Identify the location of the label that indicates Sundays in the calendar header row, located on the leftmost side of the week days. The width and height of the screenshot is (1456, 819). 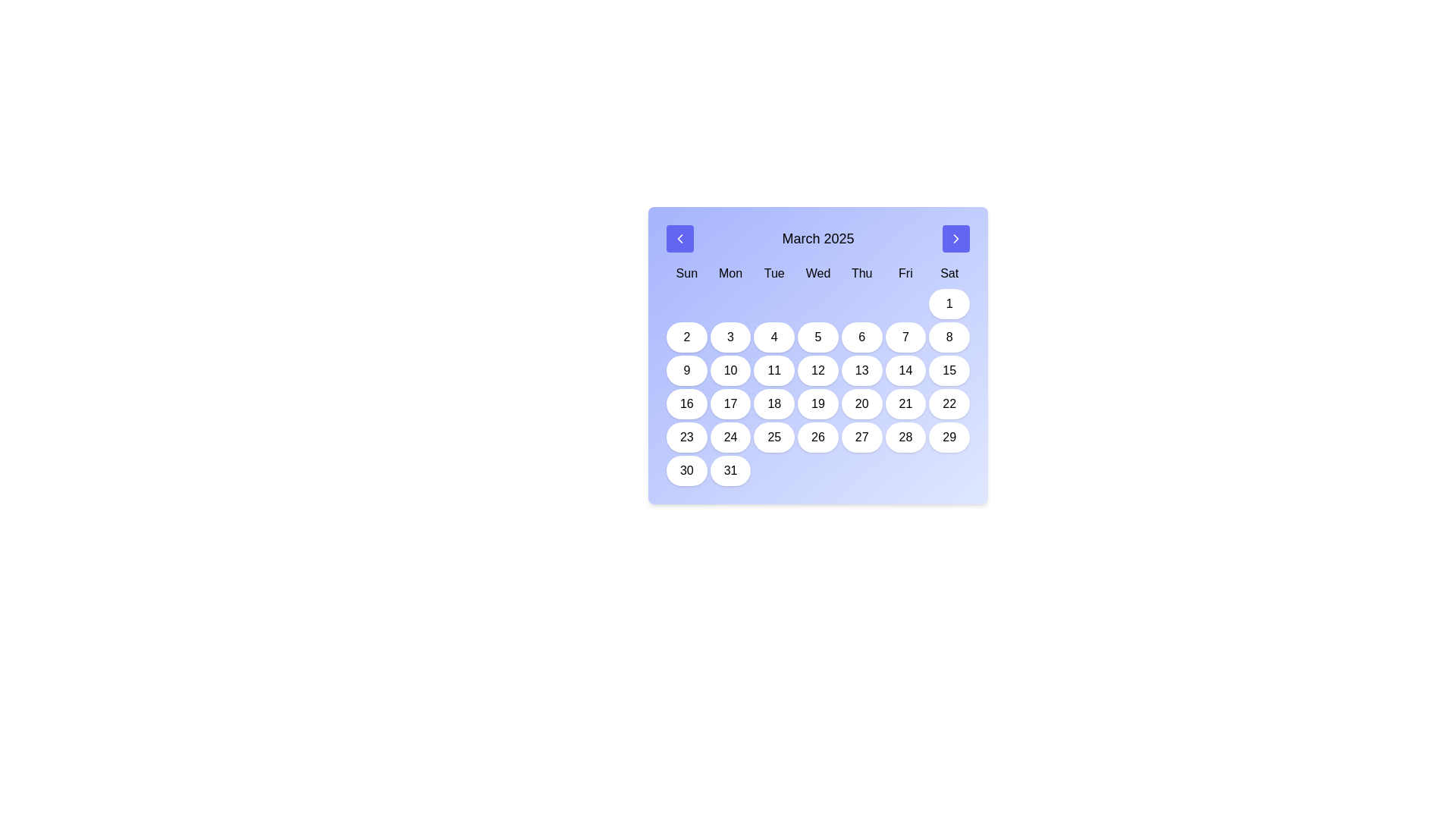
(686, 274).